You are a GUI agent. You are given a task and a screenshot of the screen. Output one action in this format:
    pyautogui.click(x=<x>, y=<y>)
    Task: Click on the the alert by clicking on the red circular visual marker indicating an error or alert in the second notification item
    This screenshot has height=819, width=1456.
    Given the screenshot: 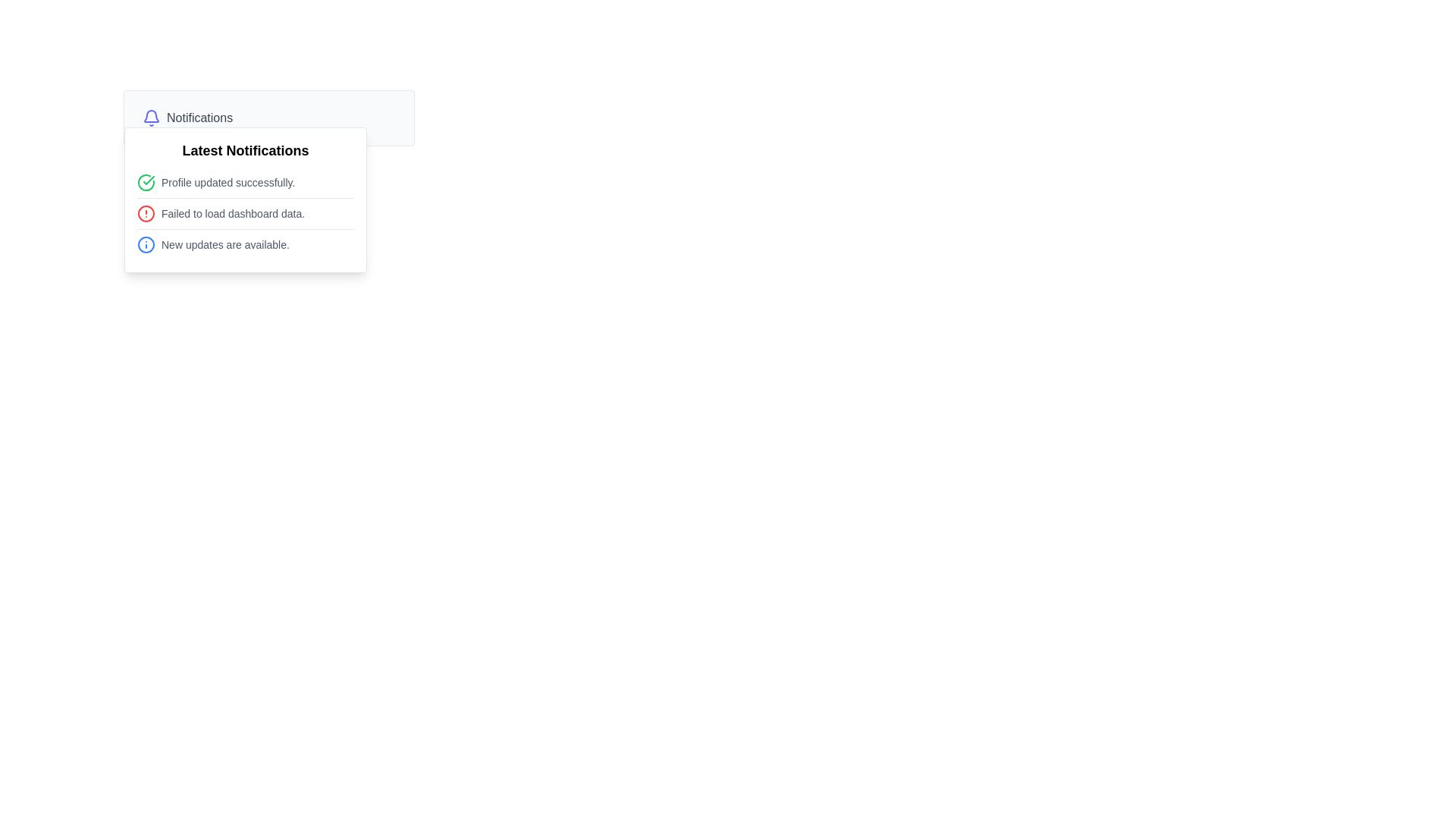 What is the action you would take?
    pyautogui.click(x=146, y=213)
    